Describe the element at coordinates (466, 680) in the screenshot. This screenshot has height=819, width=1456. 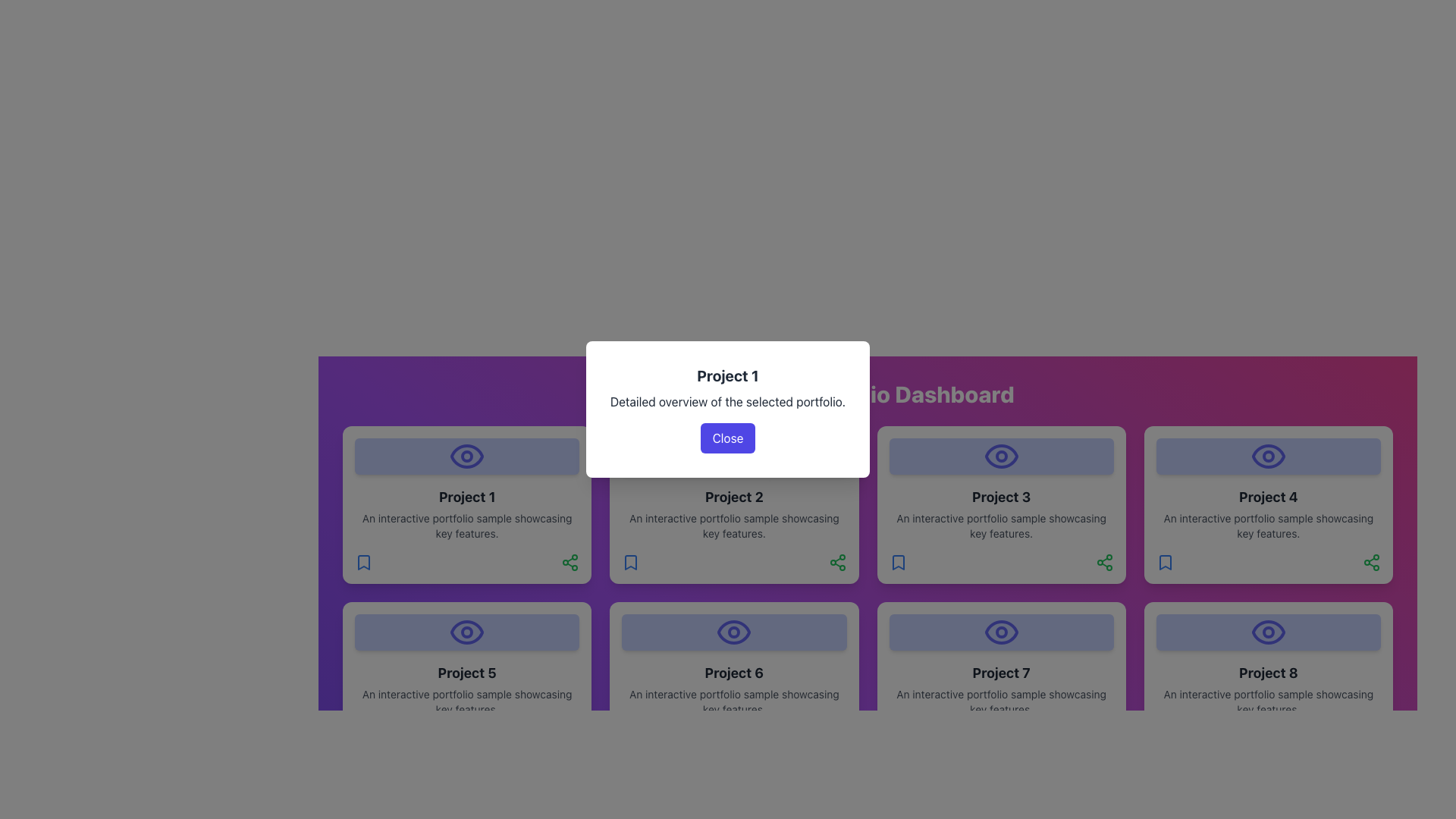
I see `the 'Project 5' informational card, which has a white background, rounded corners, and an eye icon at the top` at that location.